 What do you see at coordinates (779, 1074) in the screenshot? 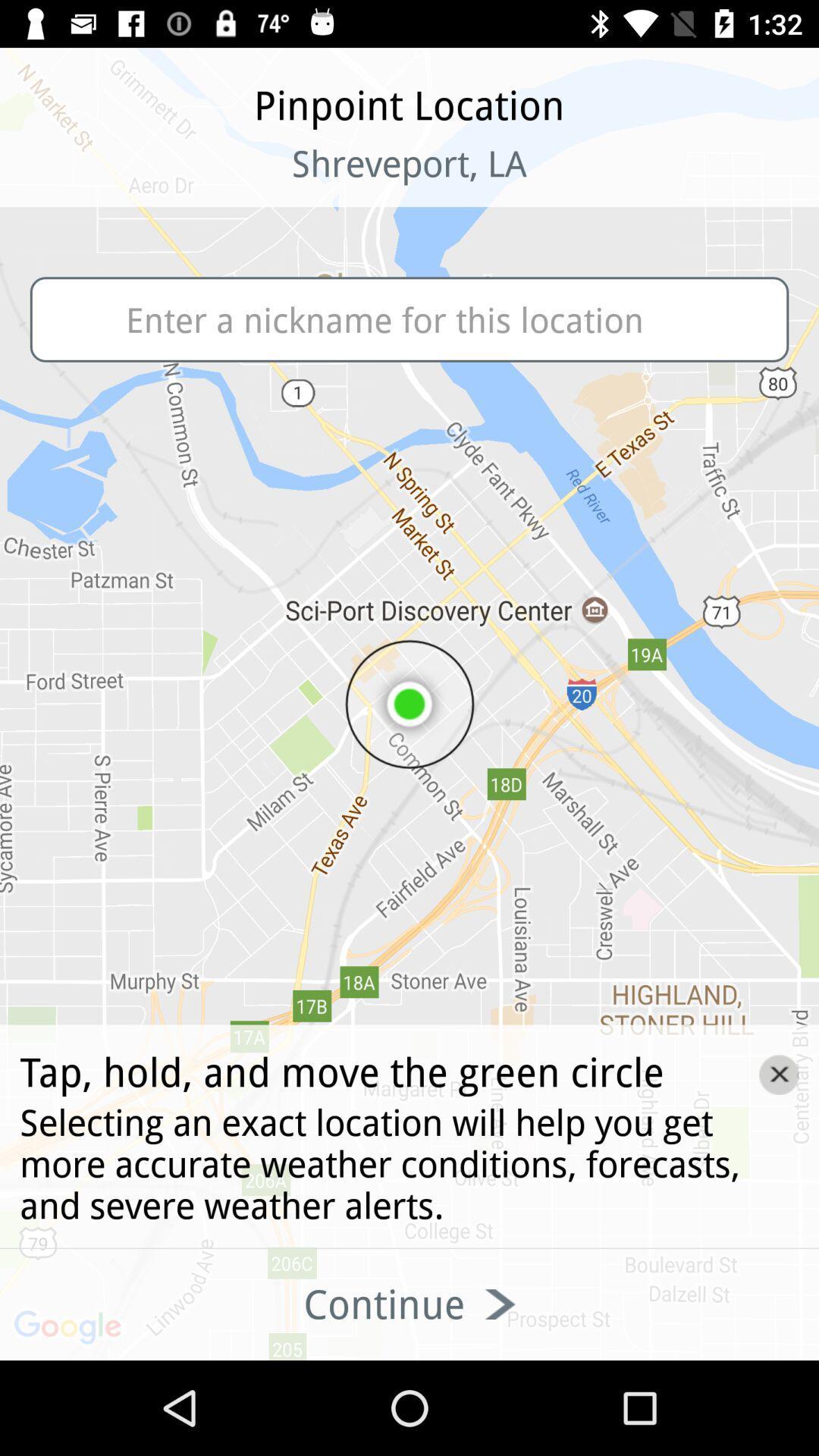
I see `the close icon` at bounding box center [779, 1074].